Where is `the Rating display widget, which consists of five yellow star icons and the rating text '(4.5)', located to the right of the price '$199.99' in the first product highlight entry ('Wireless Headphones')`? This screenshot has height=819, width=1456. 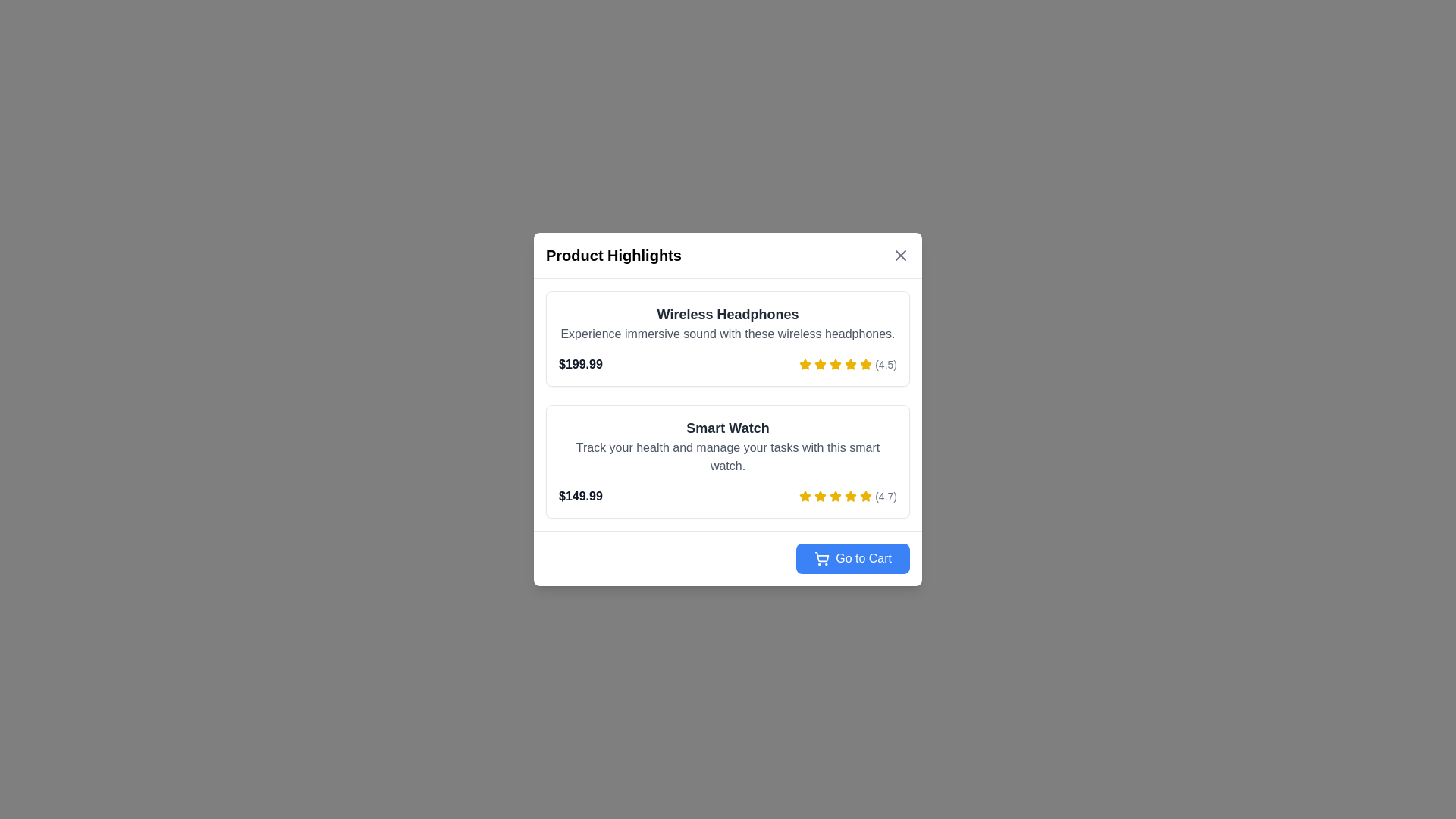
the Rating display widget, which consists of five yellow star icons and the rating text '(4.5)', located to the right of the price '$199.99' in the first product highlight entry ('Wireless Headphones') is located at coordinates (847, 365).